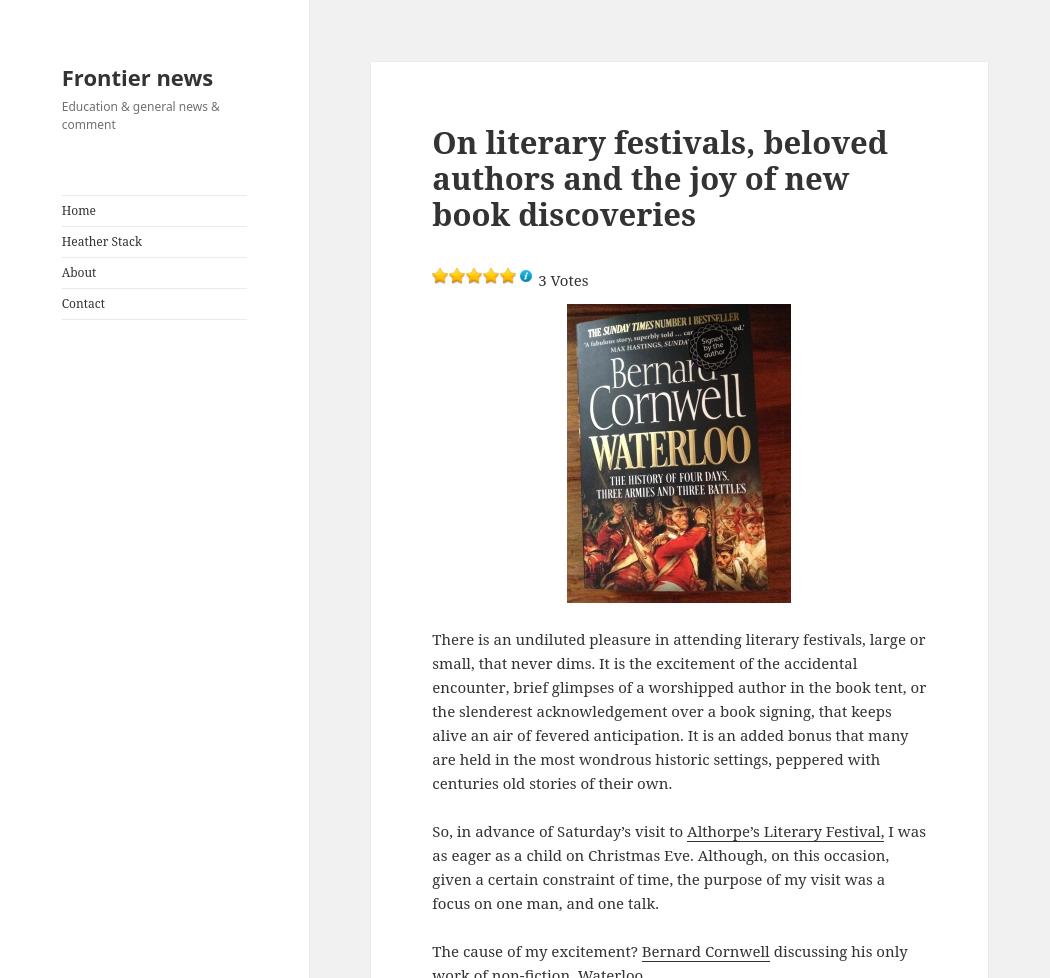 The width and height of the screenshot is (1050, 978). What do you see at coordinates (658, 177) in the screenshot?
I see `'On literary festivals, beloved authors and the joy of new book discoveries'` at bounding box center [658, 177].